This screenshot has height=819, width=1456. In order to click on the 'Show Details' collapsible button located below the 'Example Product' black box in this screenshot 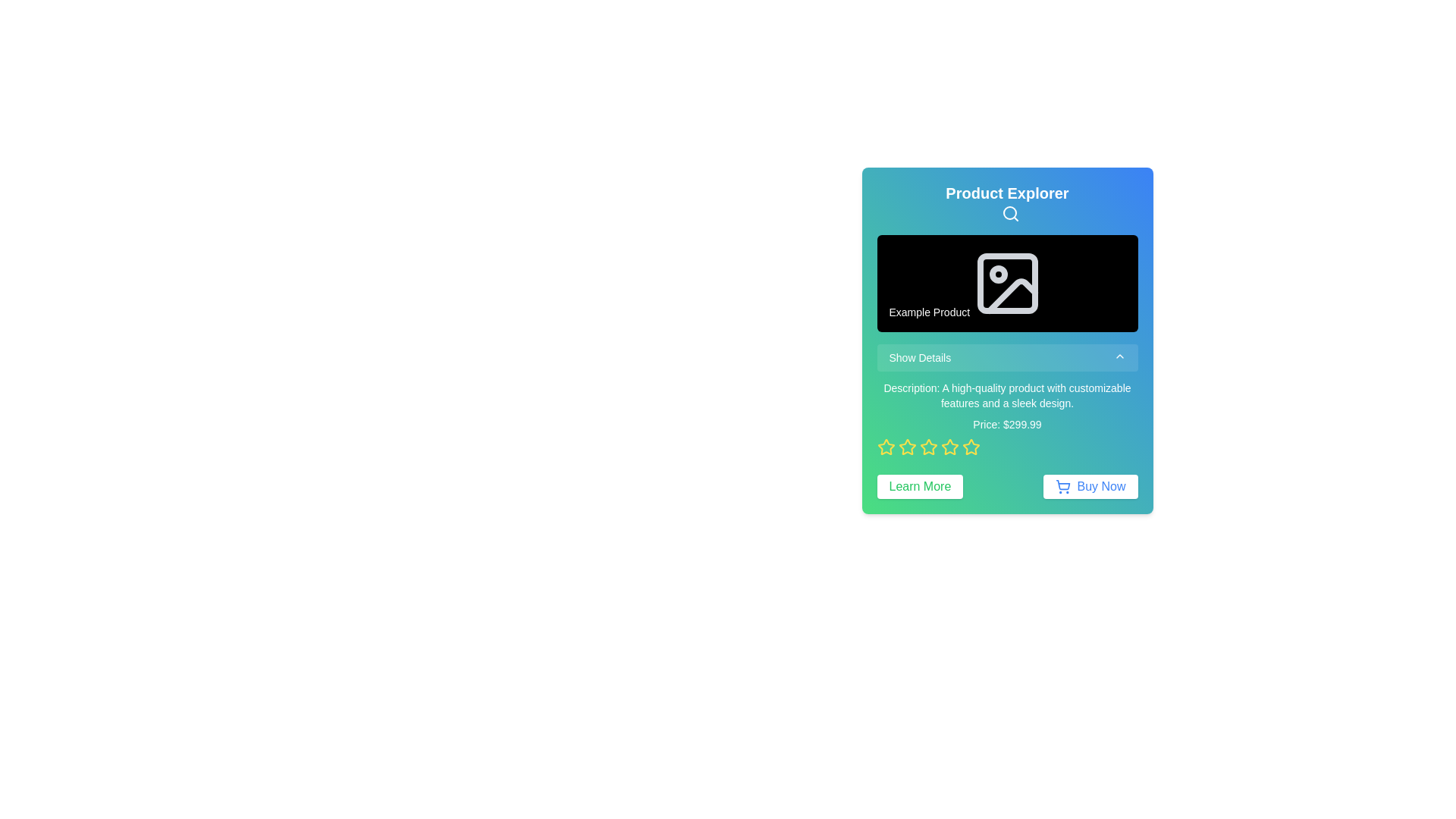, I will do `click(1007, 357)`.